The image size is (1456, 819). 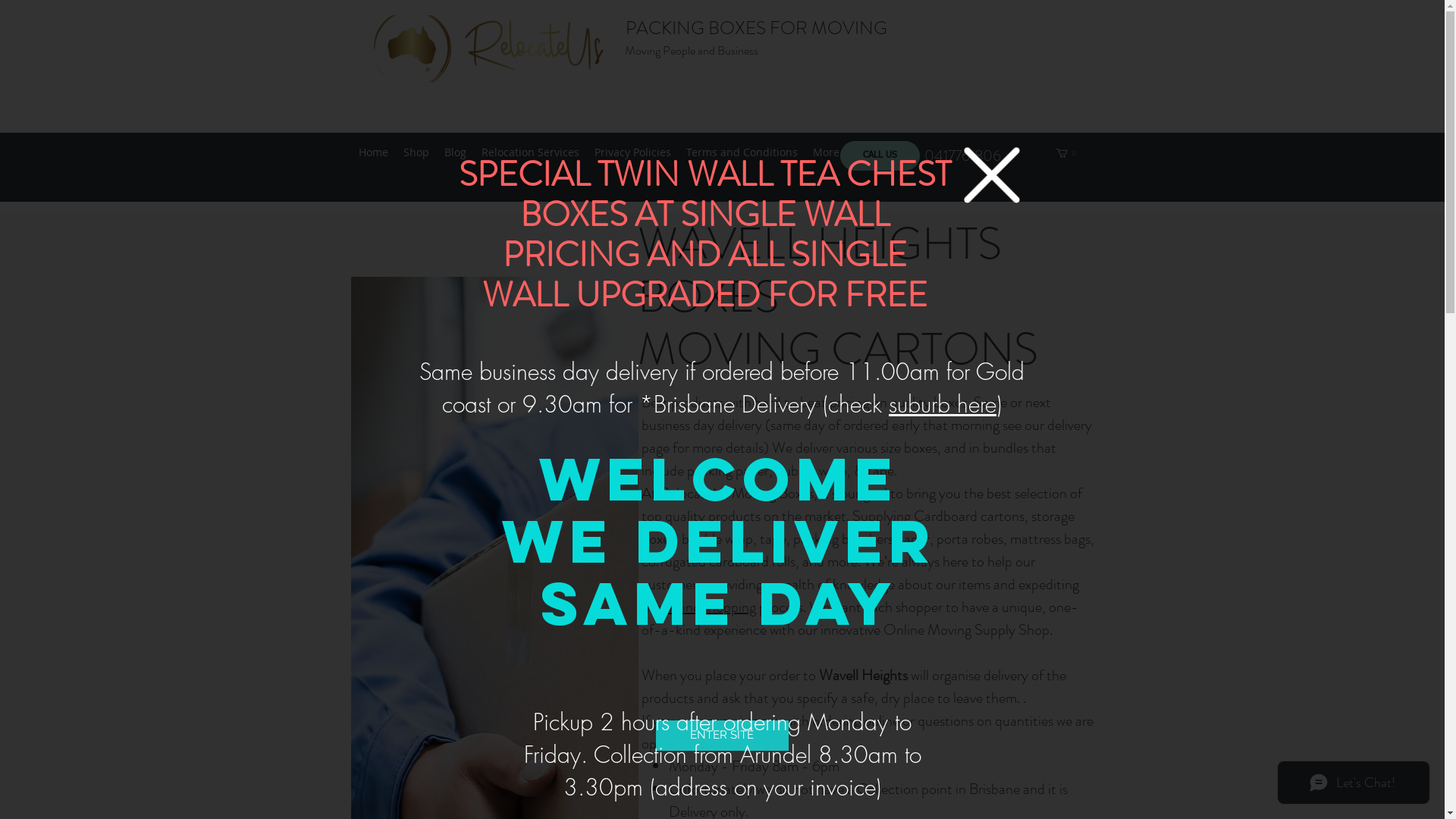 I want to click on 'Back to site', so click(x=990, y=174).